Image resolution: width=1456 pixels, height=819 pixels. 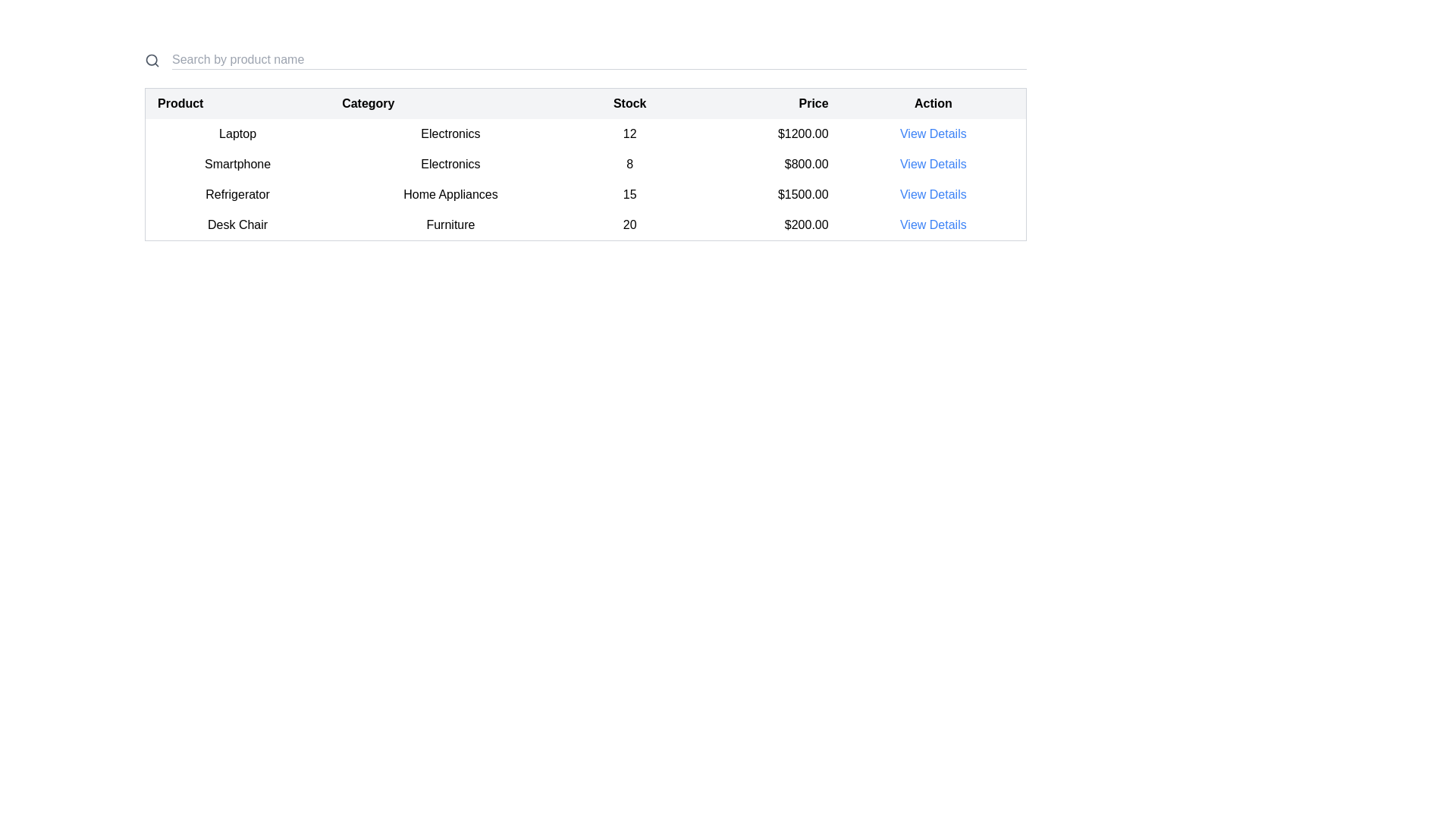 I want to click on the hyperlink in the 'Action' column of the first row corresponding to the product 'Laptop', so click(x=933, y=133).